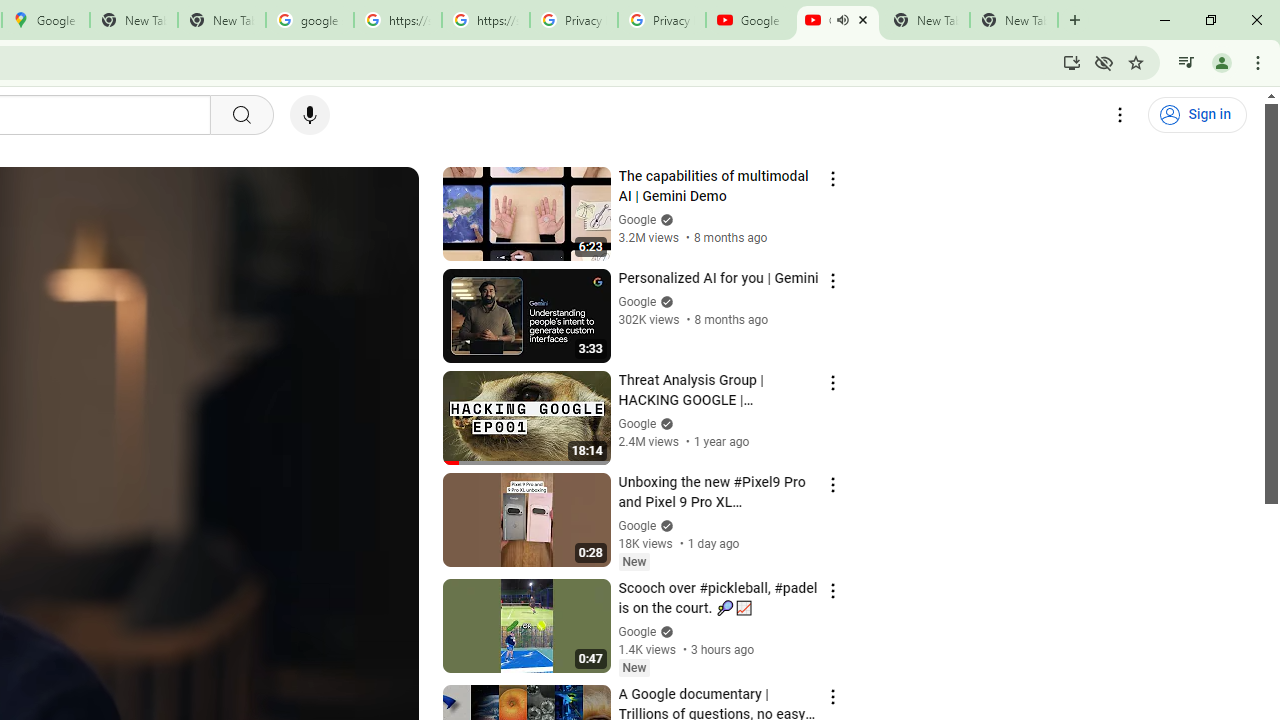 This screenshot has height=720, width=1280. What do you see at coordinates (1071, 61) in the screenshot?
I see `'Install YouTube'` at bounding box center [1071, 61].